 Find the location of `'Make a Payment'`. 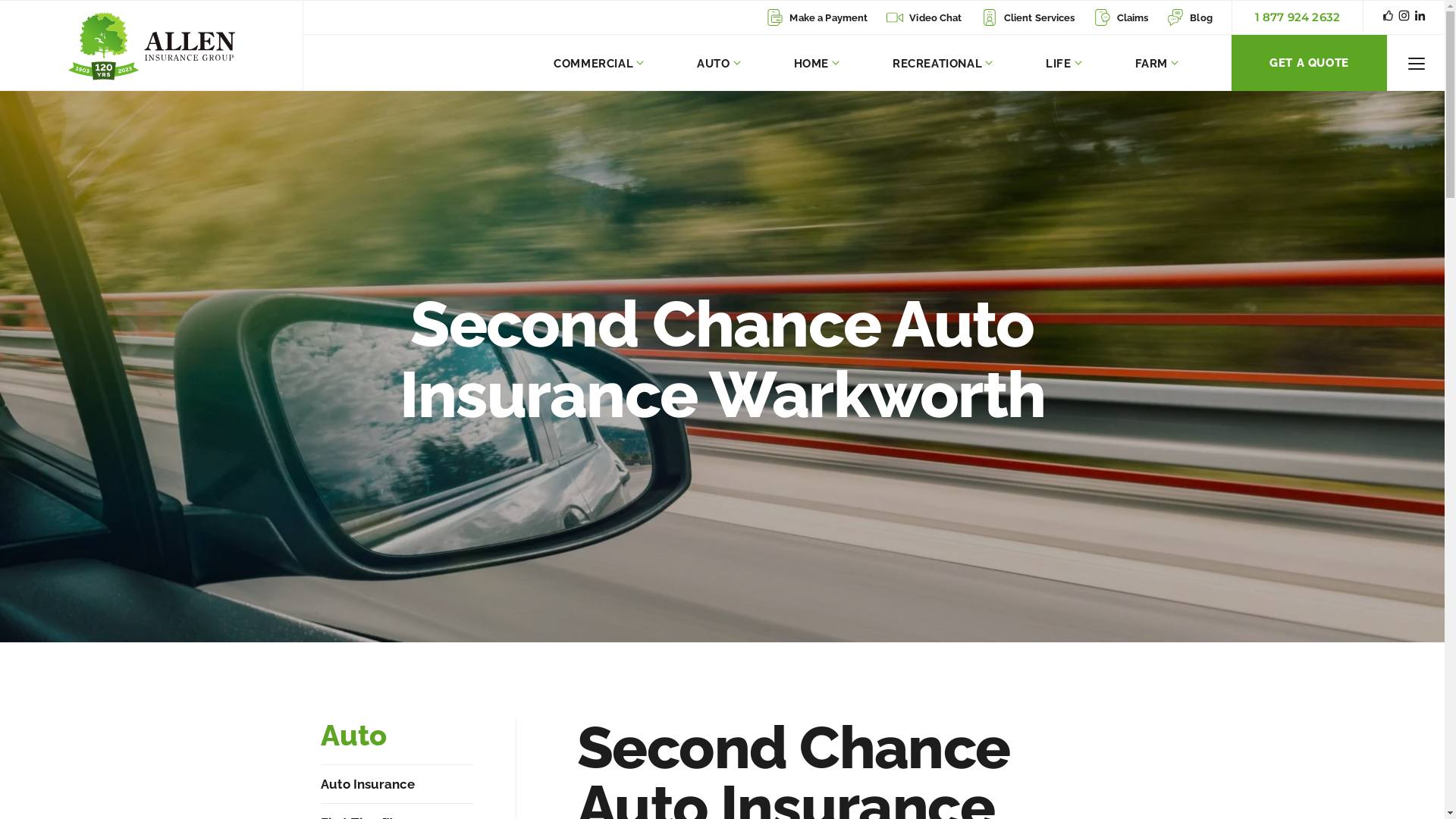

'Make a Payment' is located at coordinates (816, 17).